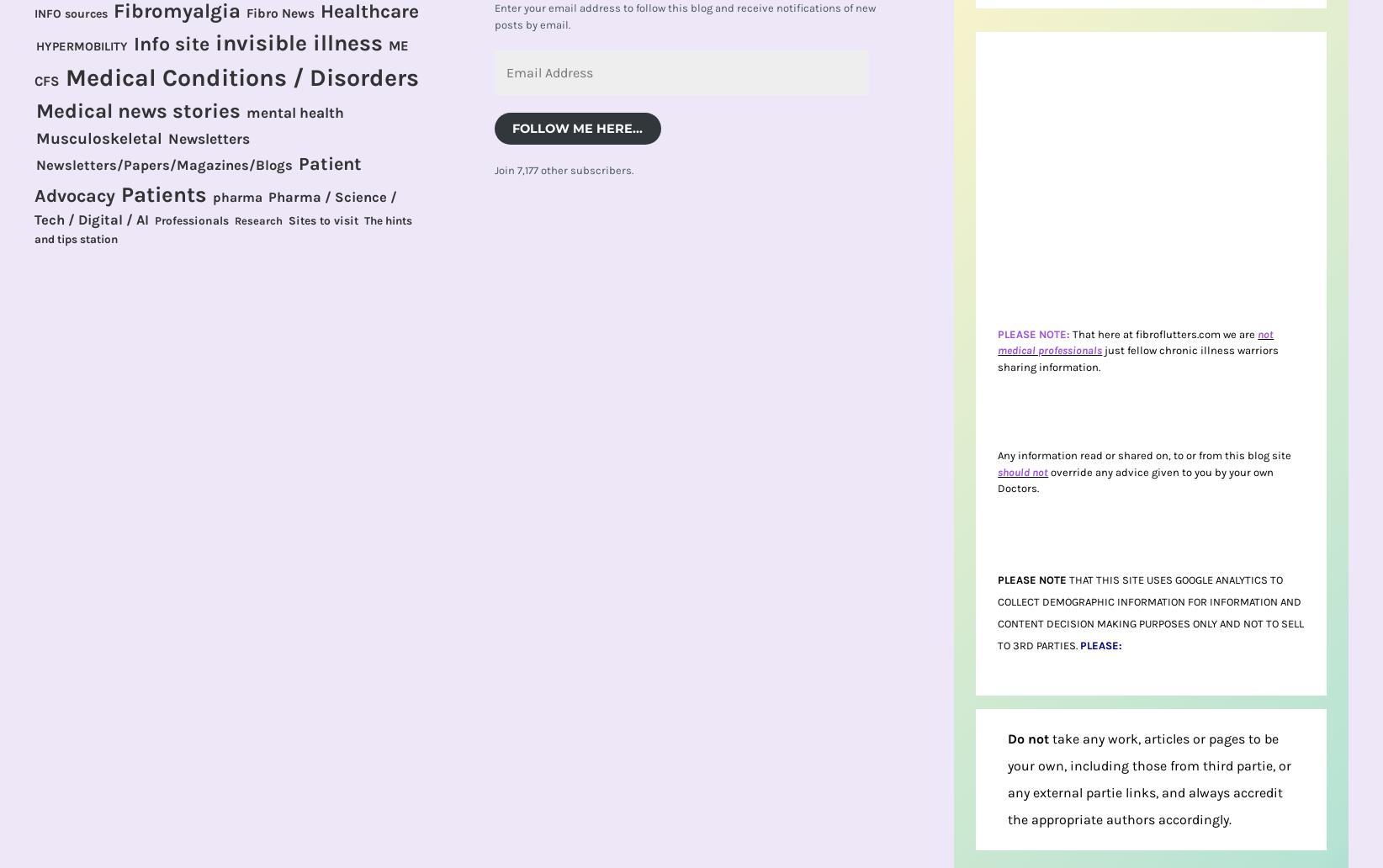  What do you see at coordinates (279, 12) in the screenshot?
I see `'Fibro News'` at bounding box center [279, 12].